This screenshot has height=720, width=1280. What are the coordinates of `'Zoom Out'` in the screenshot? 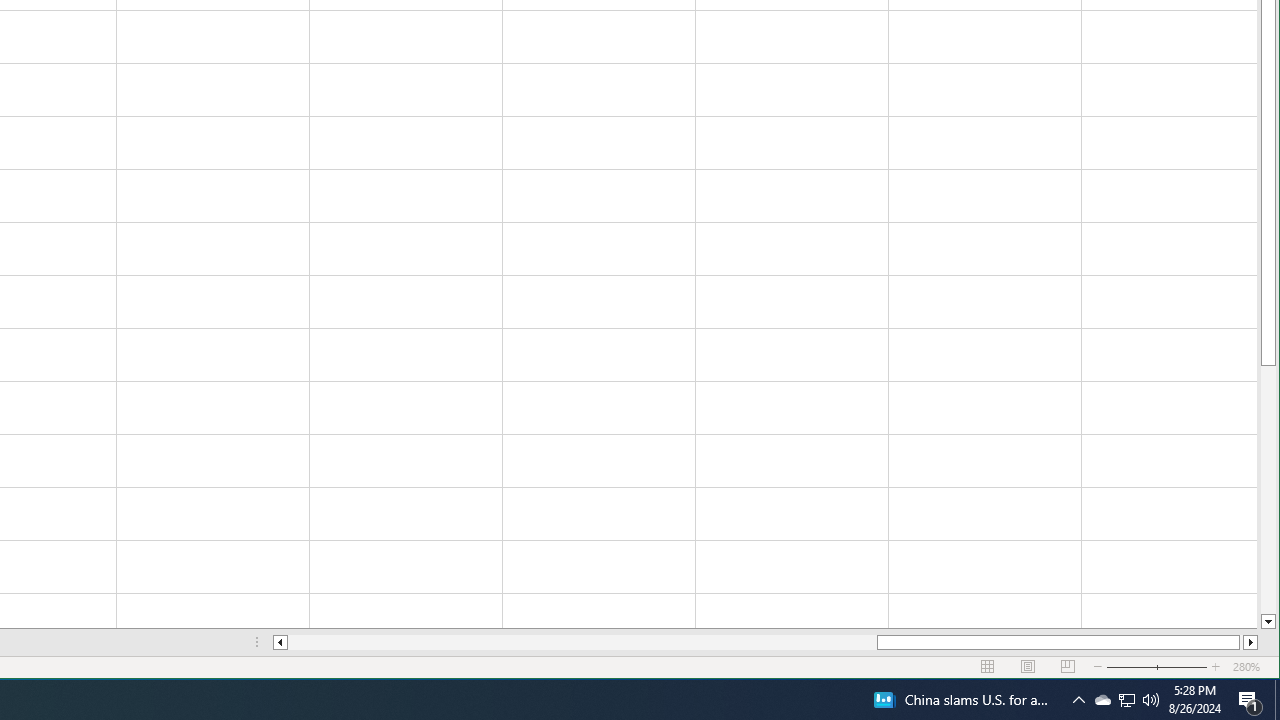 It's located at (1144, 667).